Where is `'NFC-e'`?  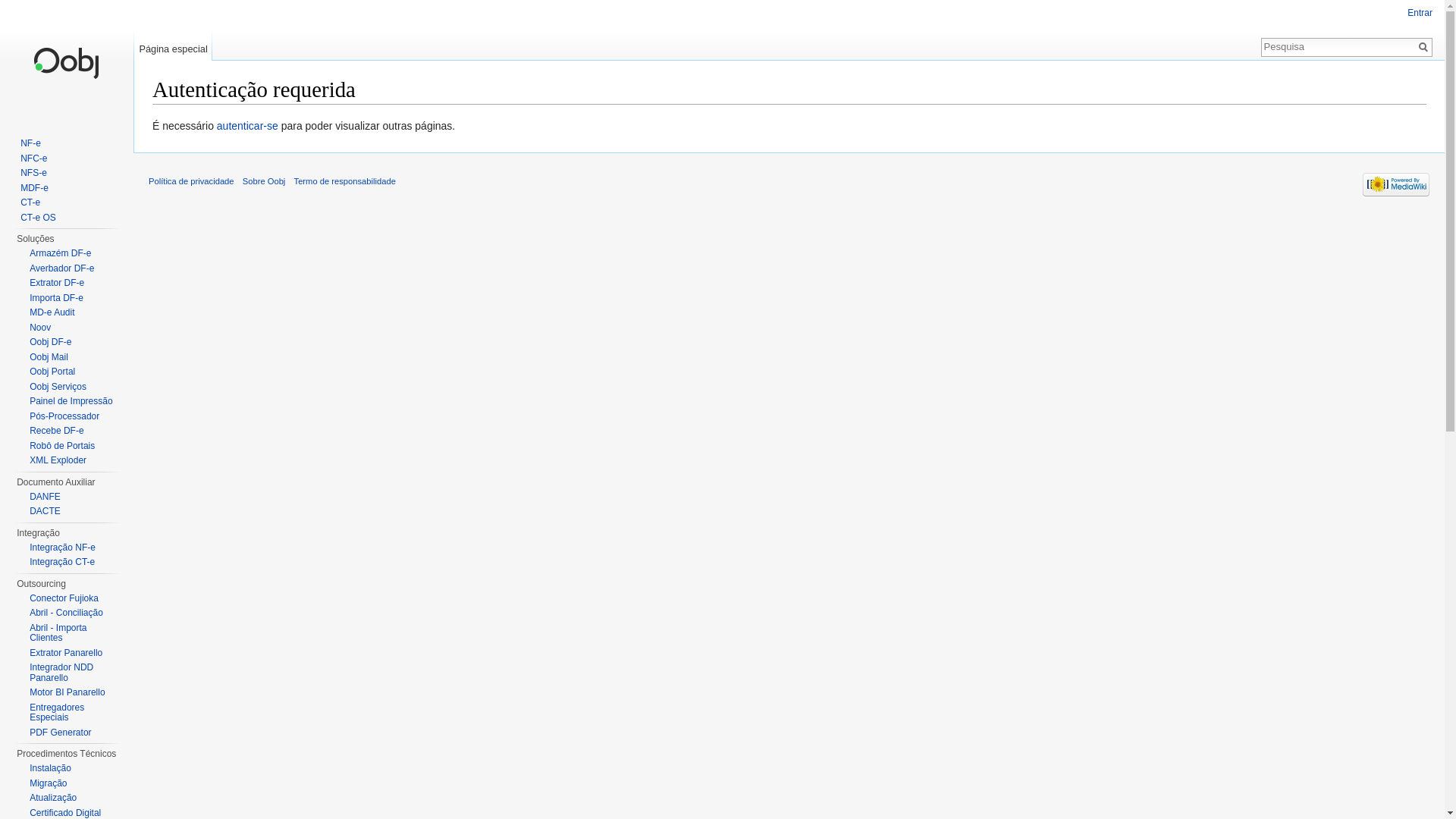
'NFC-e' is located at coordinates (33, 158).